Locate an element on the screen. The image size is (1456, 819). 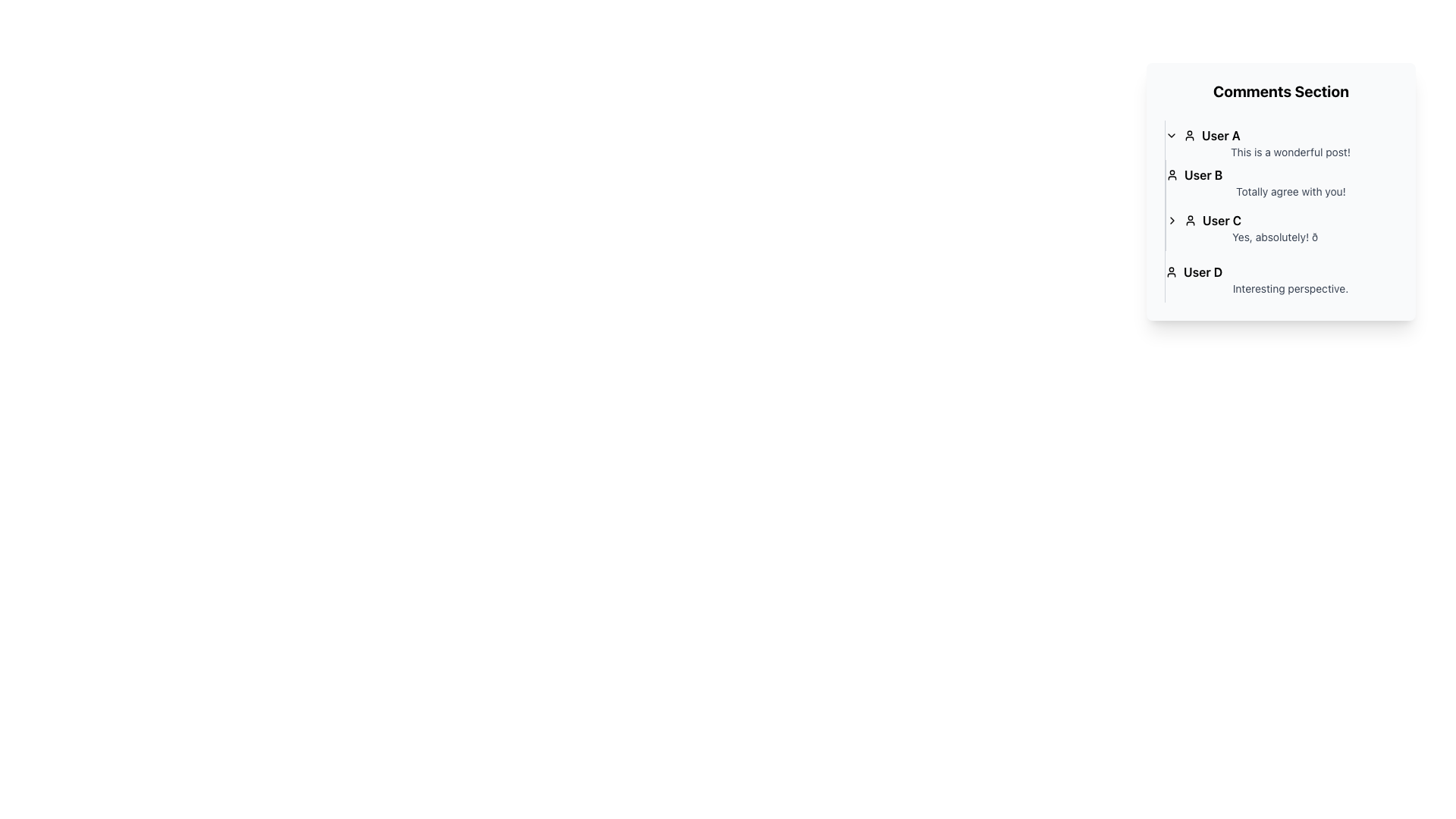
the bold text label displaying 'User C' is located at coordinates (1222, 220).